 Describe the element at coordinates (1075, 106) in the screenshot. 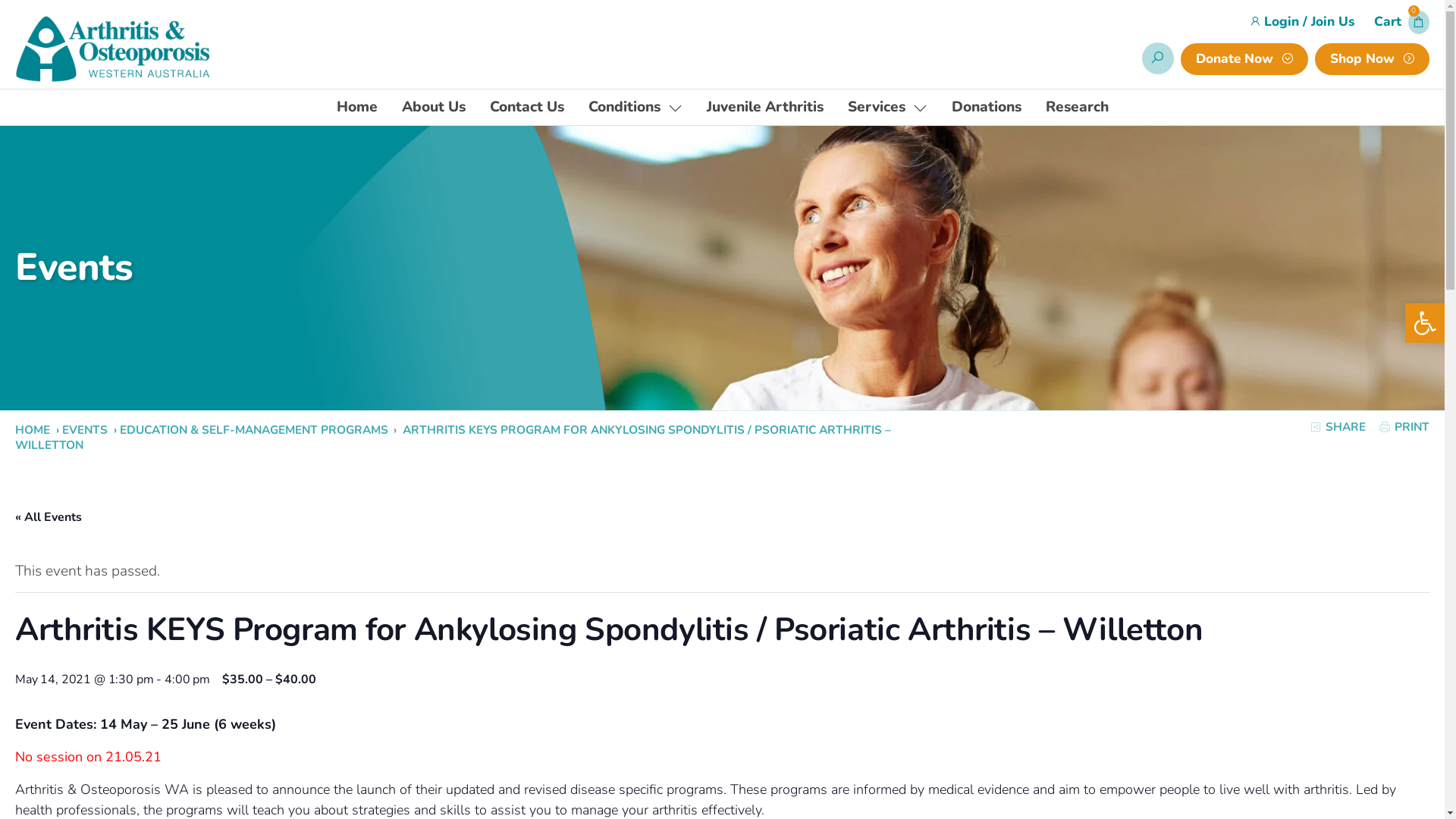

I see `'Research'` at that location.